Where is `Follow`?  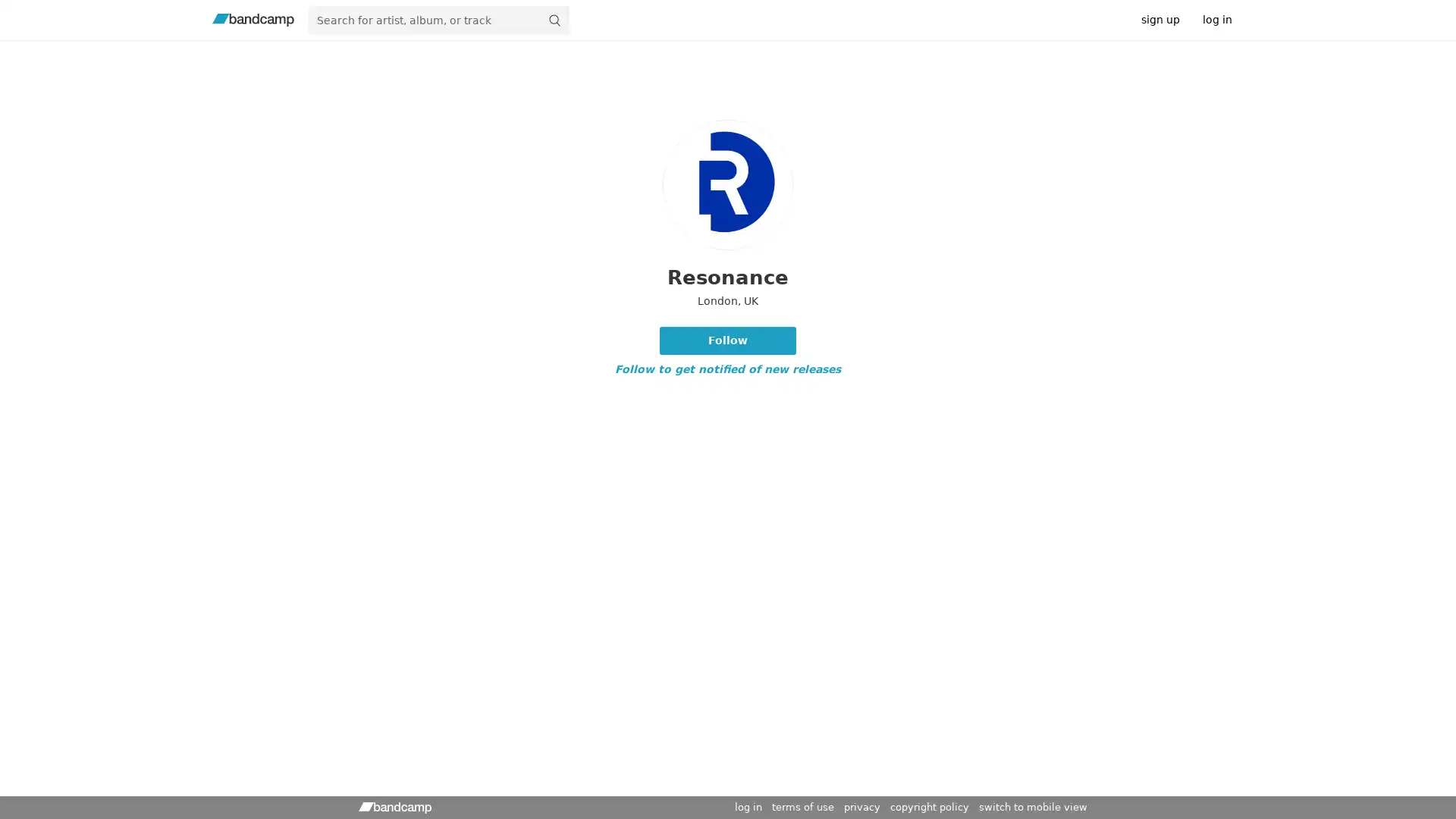 Follow is located at coordinates (728, 340).